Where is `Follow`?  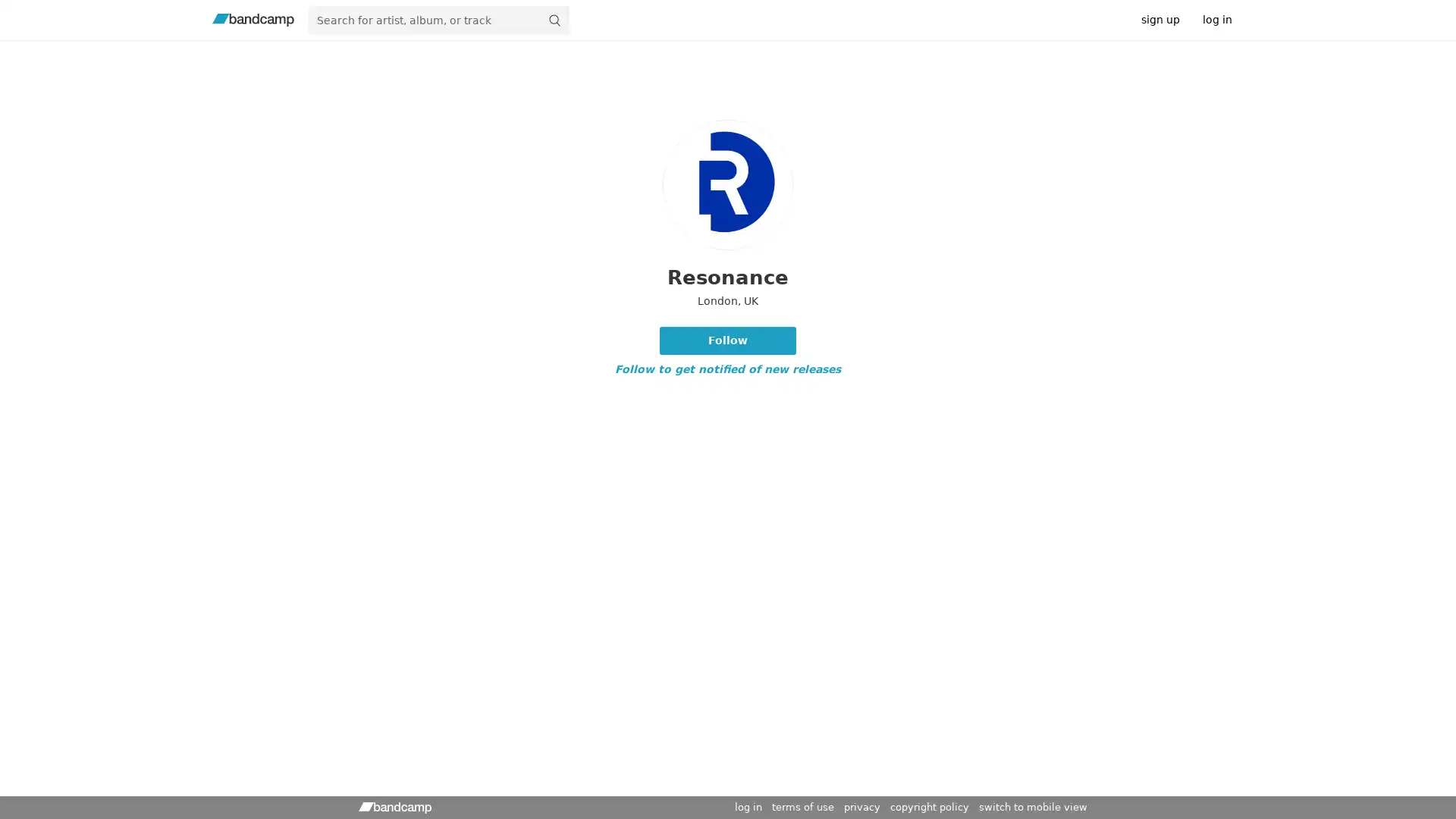 Follow is located at coordinates (728, 340).